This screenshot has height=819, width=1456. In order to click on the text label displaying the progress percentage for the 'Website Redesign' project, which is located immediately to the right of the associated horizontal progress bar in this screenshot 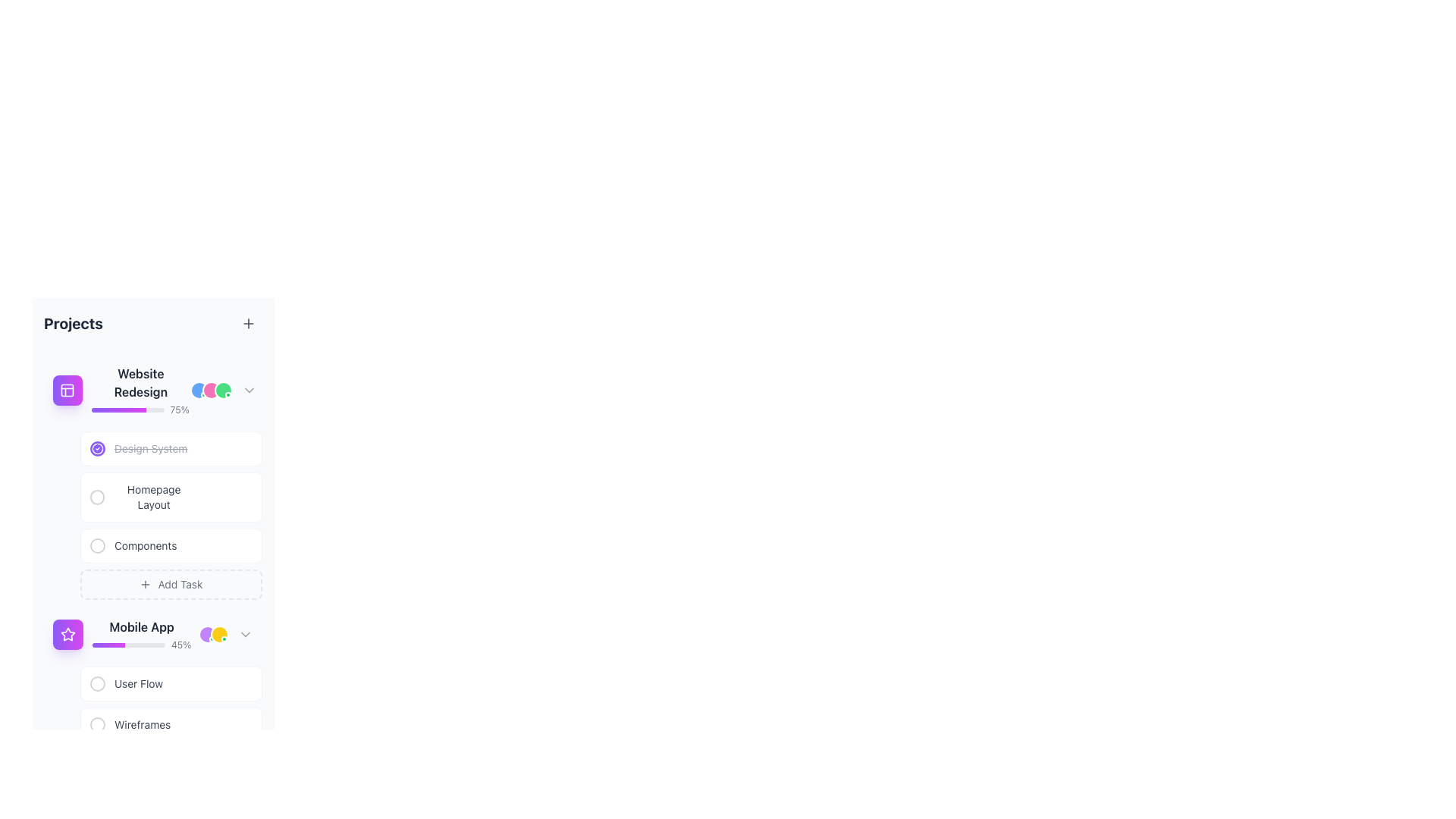, I will do `click(180, 409)`.